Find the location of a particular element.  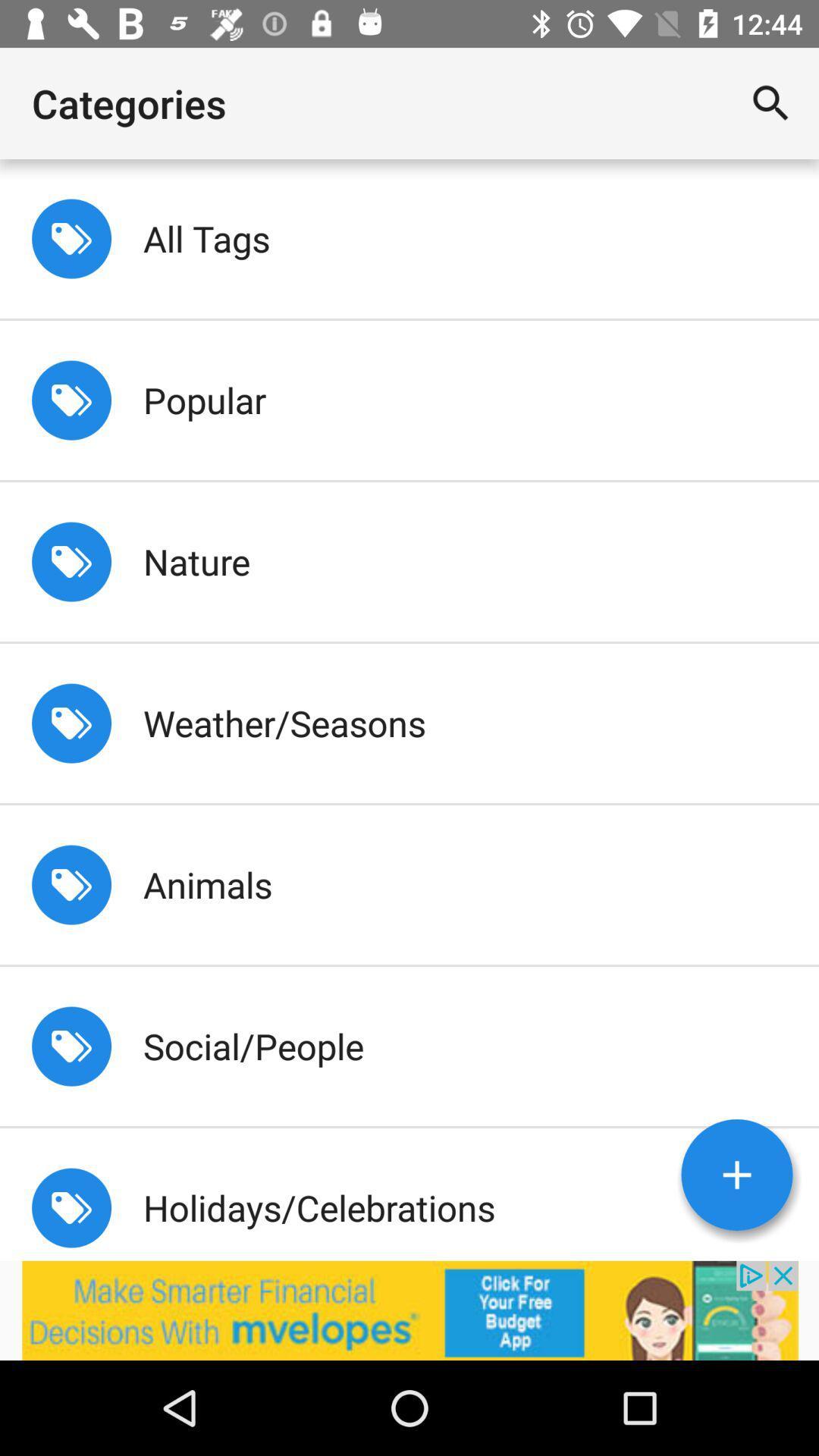

the advertisement is located at coordinates (409, 1310).